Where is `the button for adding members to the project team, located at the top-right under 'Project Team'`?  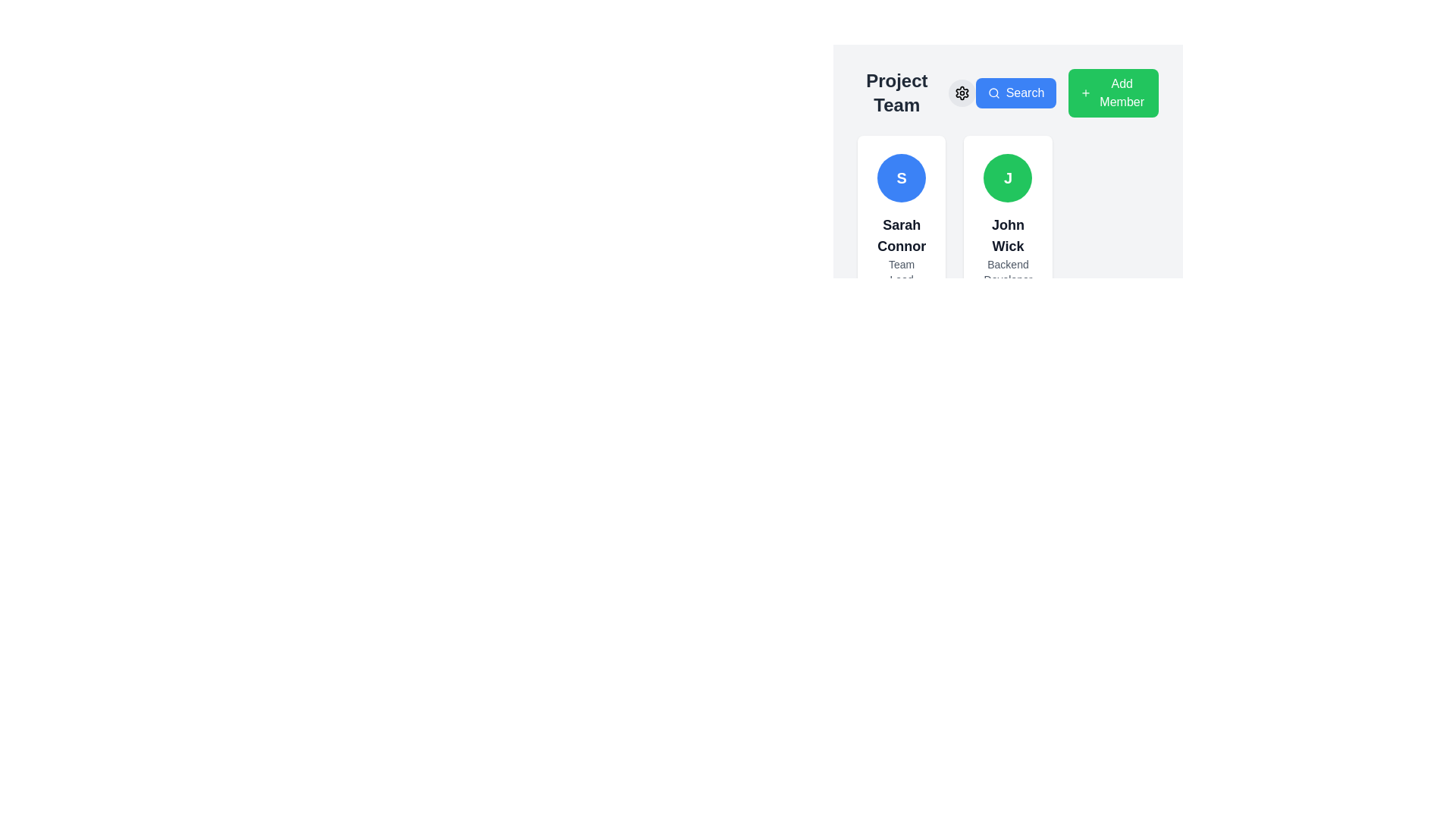 the button for adding members to the project team, located at the top-right under 'Project Team' is located at coordinates (1066, 93).